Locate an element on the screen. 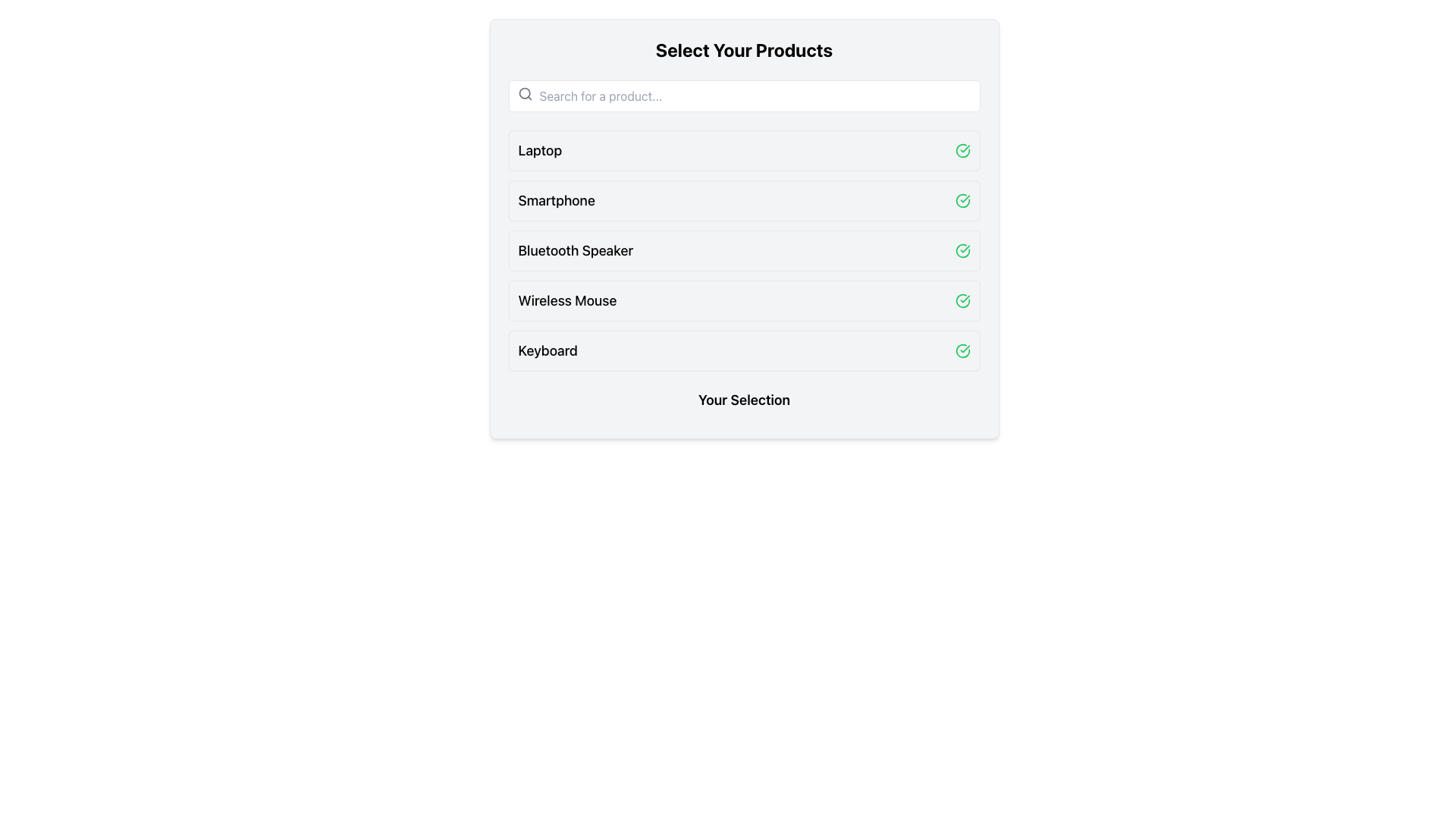  the first list item displaying the product option 'Laptop' located near the top center of the interface, directly below the search bar is located at coordinates (744, 151).